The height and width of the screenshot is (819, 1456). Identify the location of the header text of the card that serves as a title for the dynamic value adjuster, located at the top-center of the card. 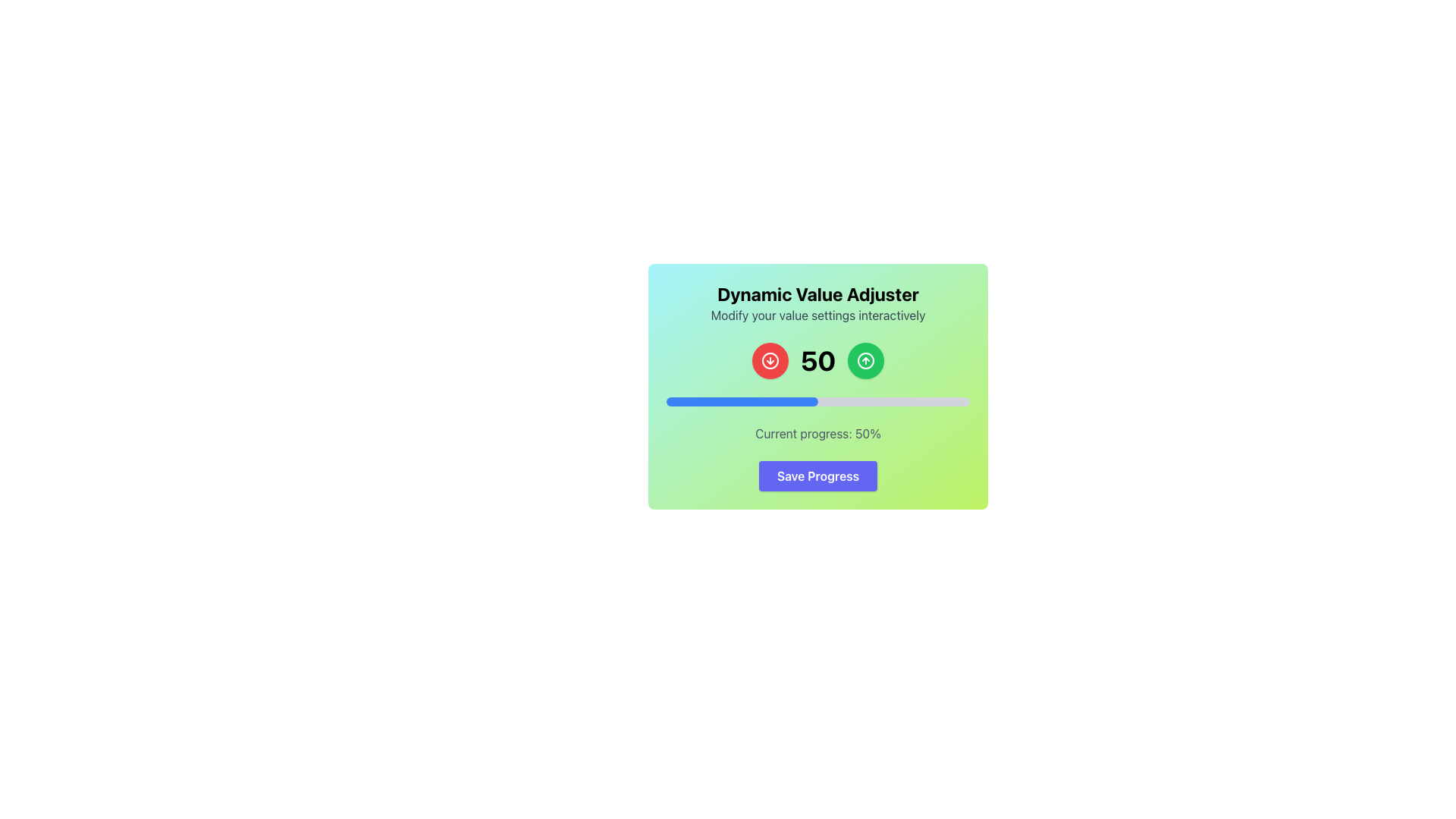
(817, 294).